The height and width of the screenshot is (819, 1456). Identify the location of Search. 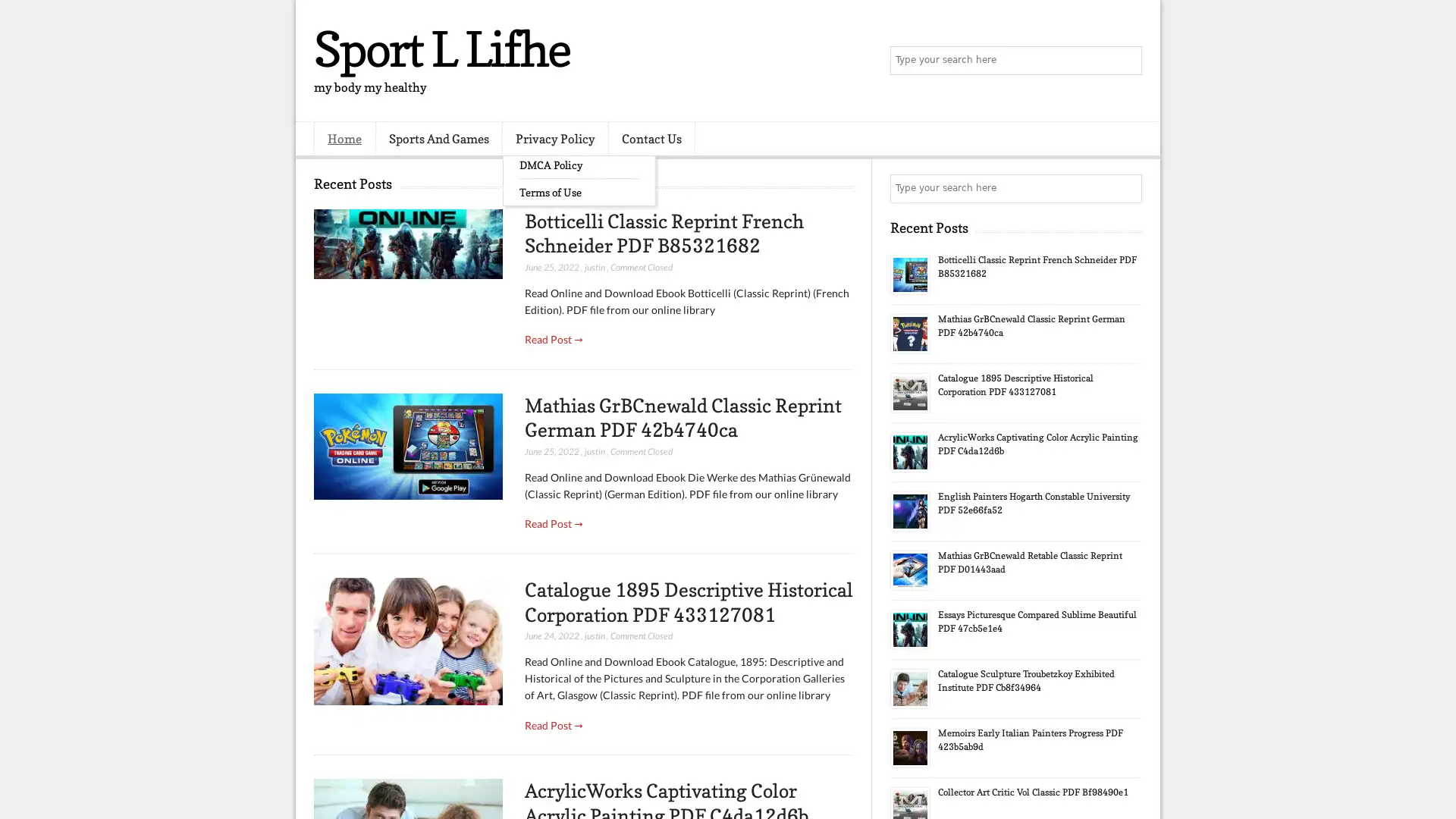
(1126, 61).